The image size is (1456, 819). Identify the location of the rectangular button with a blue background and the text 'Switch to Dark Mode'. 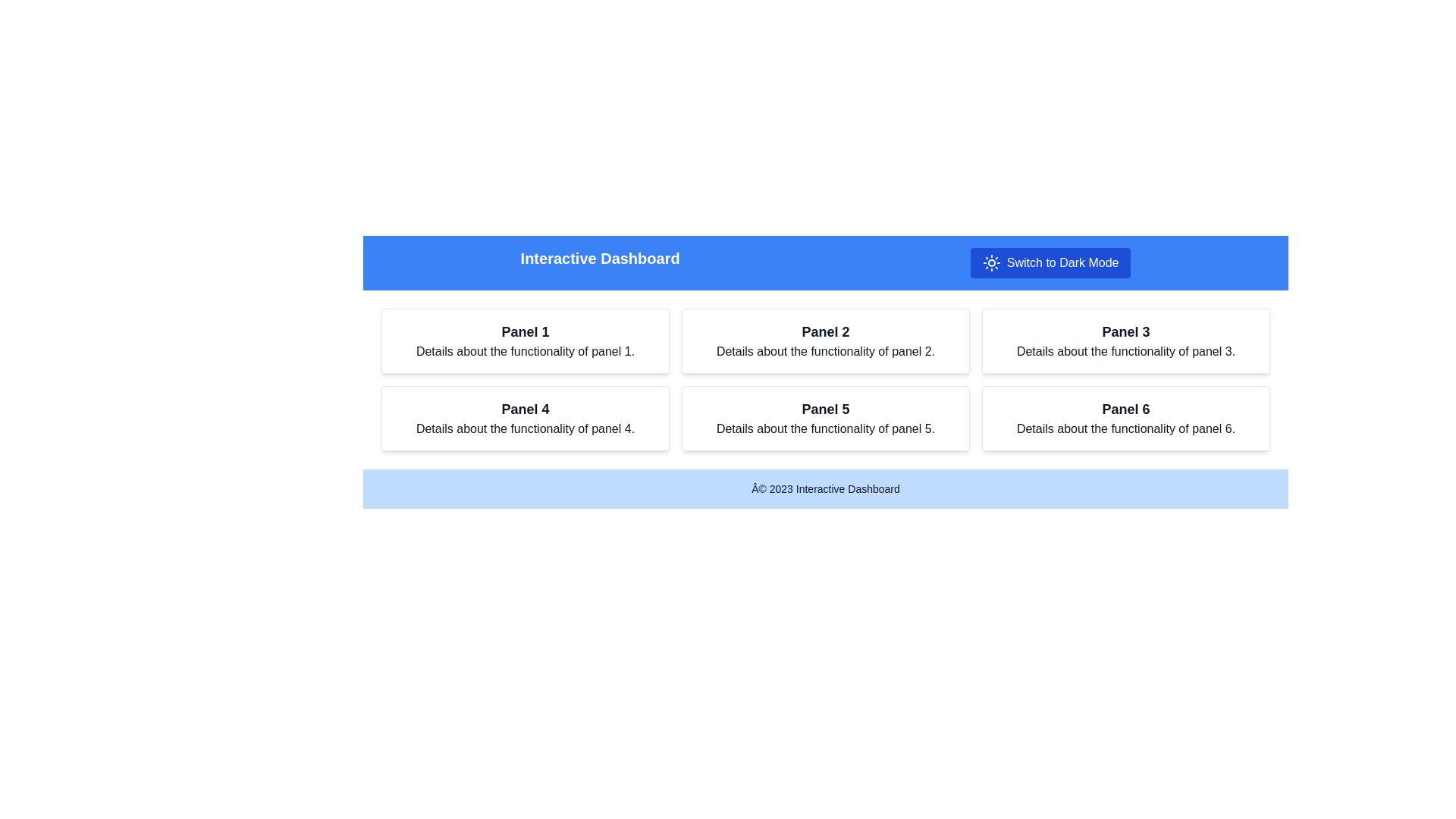
(1050, 262).